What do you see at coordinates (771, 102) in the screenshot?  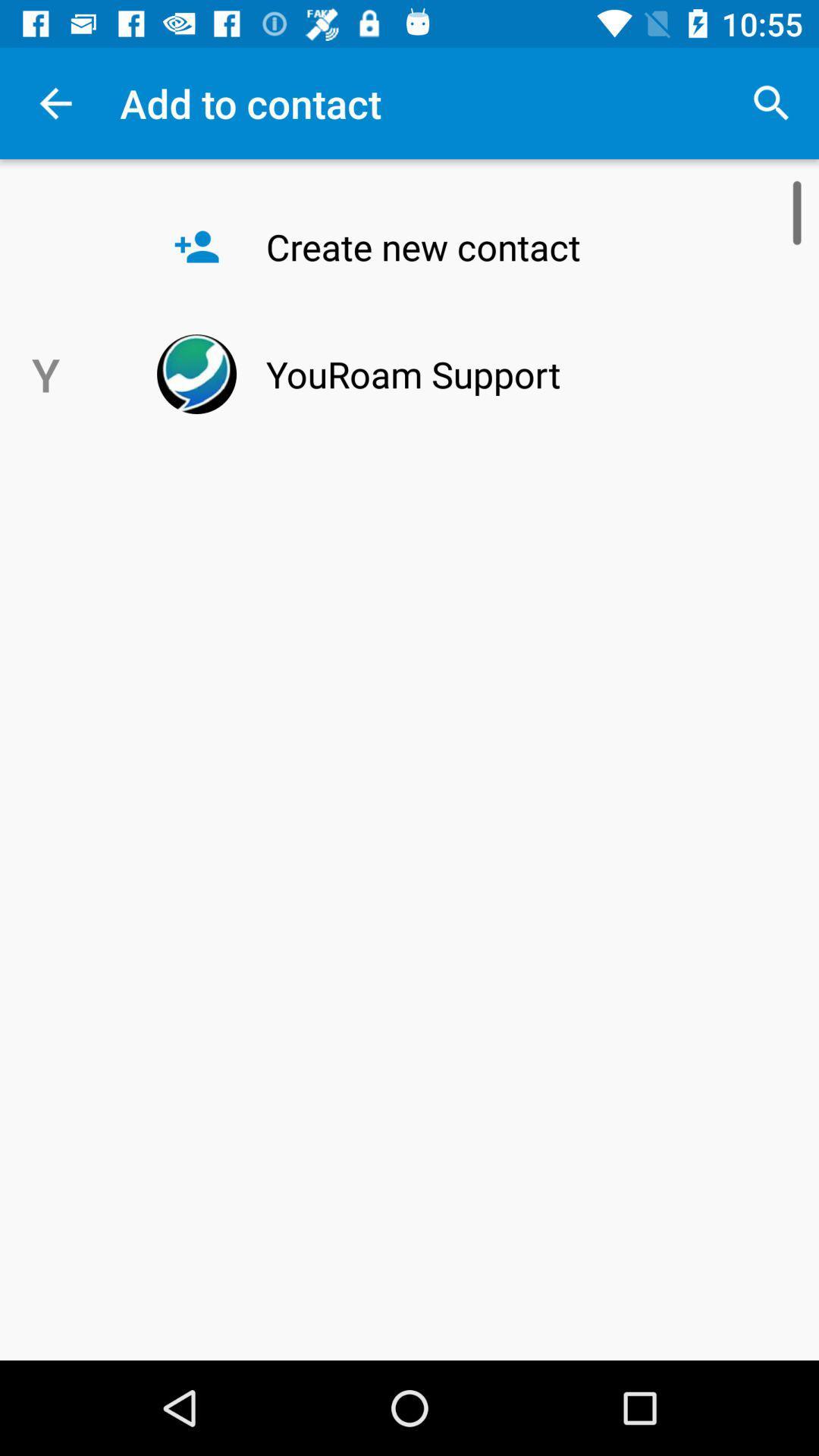 I see `the icon at the top right corner` at bounding box center [771, 102].